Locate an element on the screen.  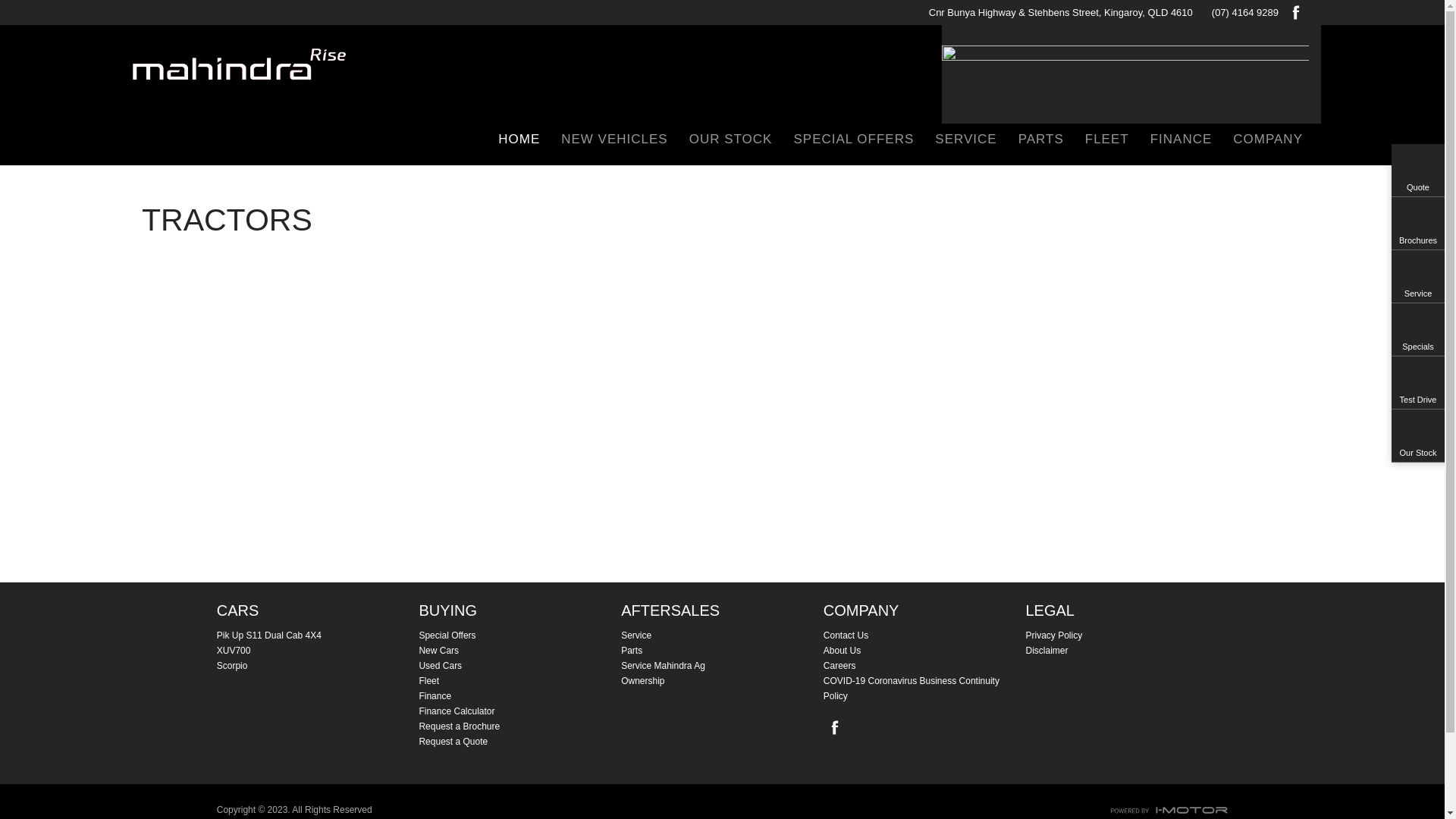
'SERVICE' is located at coordinates (965, 140).